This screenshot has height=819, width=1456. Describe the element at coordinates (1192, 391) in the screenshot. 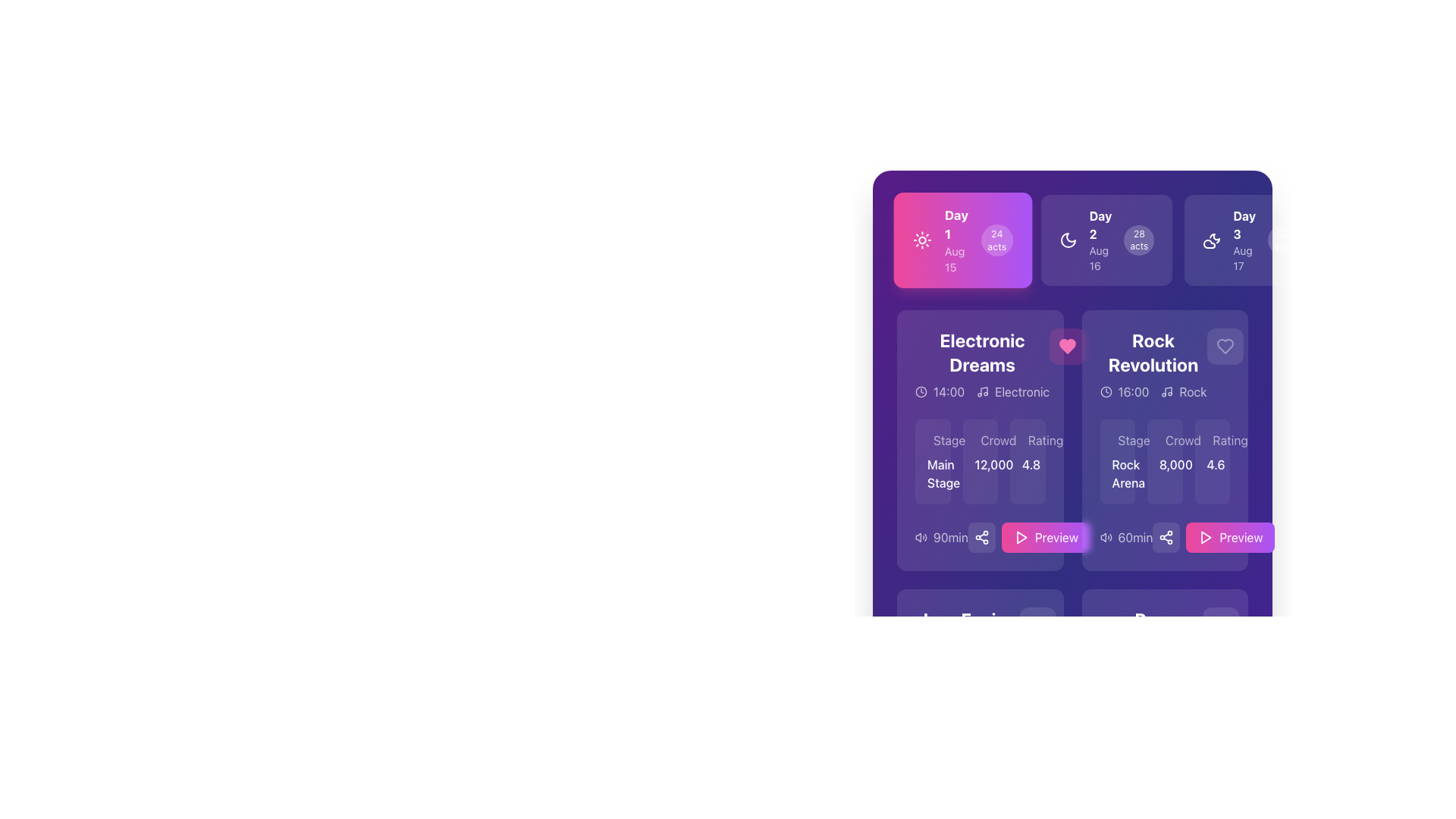

I see `the 'Rock' label in the 'Rock Revolution' section, which indicates the musical genre associated with the event` at that location.